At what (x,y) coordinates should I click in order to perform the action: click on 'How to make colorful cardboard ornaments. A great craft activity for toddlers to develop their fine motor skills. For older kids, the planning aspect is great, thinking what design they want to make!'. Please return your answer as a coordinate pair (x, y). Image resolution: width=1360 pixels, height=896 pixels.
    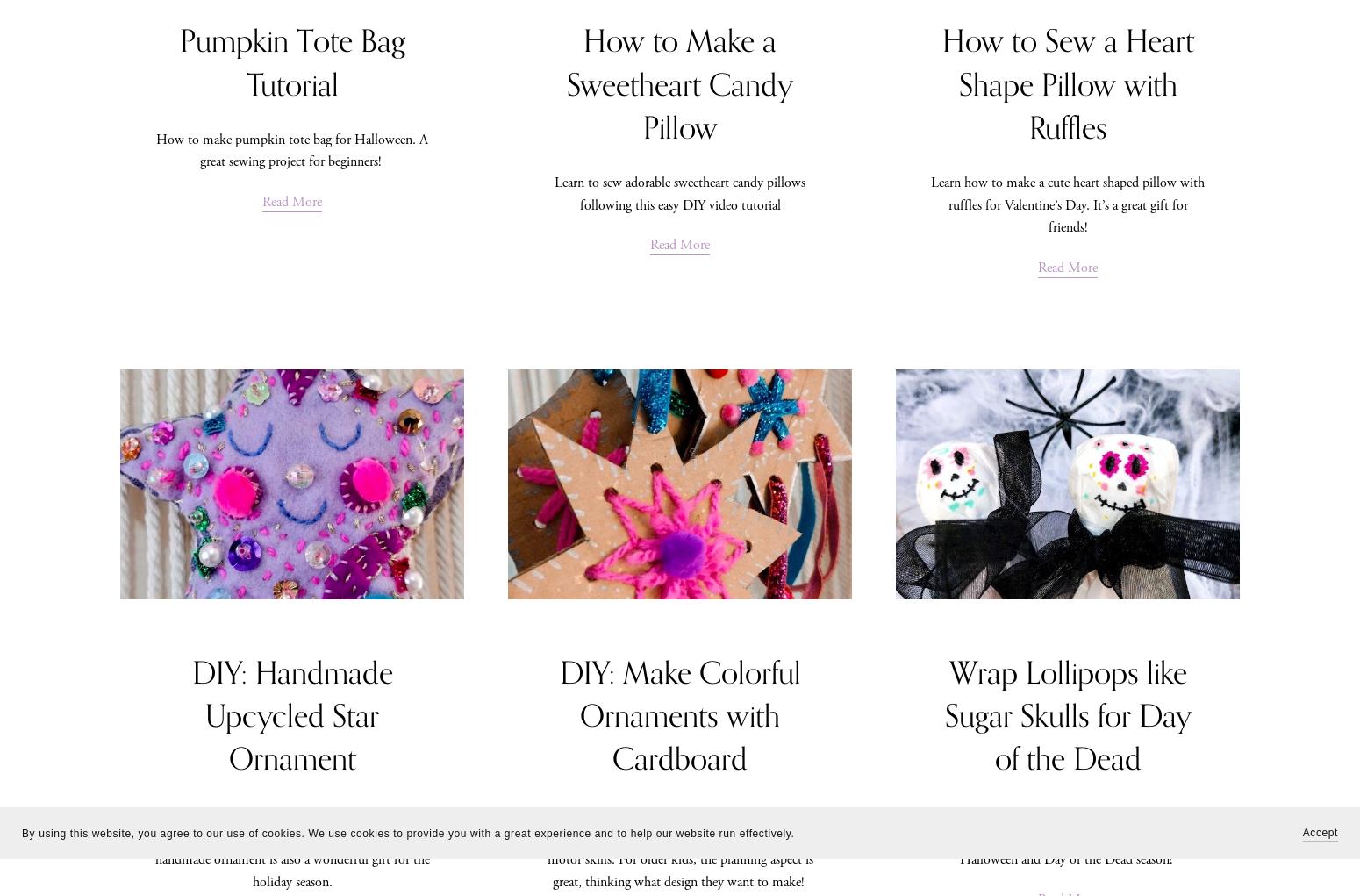
    Looking at the image, I should click on (681, 846).